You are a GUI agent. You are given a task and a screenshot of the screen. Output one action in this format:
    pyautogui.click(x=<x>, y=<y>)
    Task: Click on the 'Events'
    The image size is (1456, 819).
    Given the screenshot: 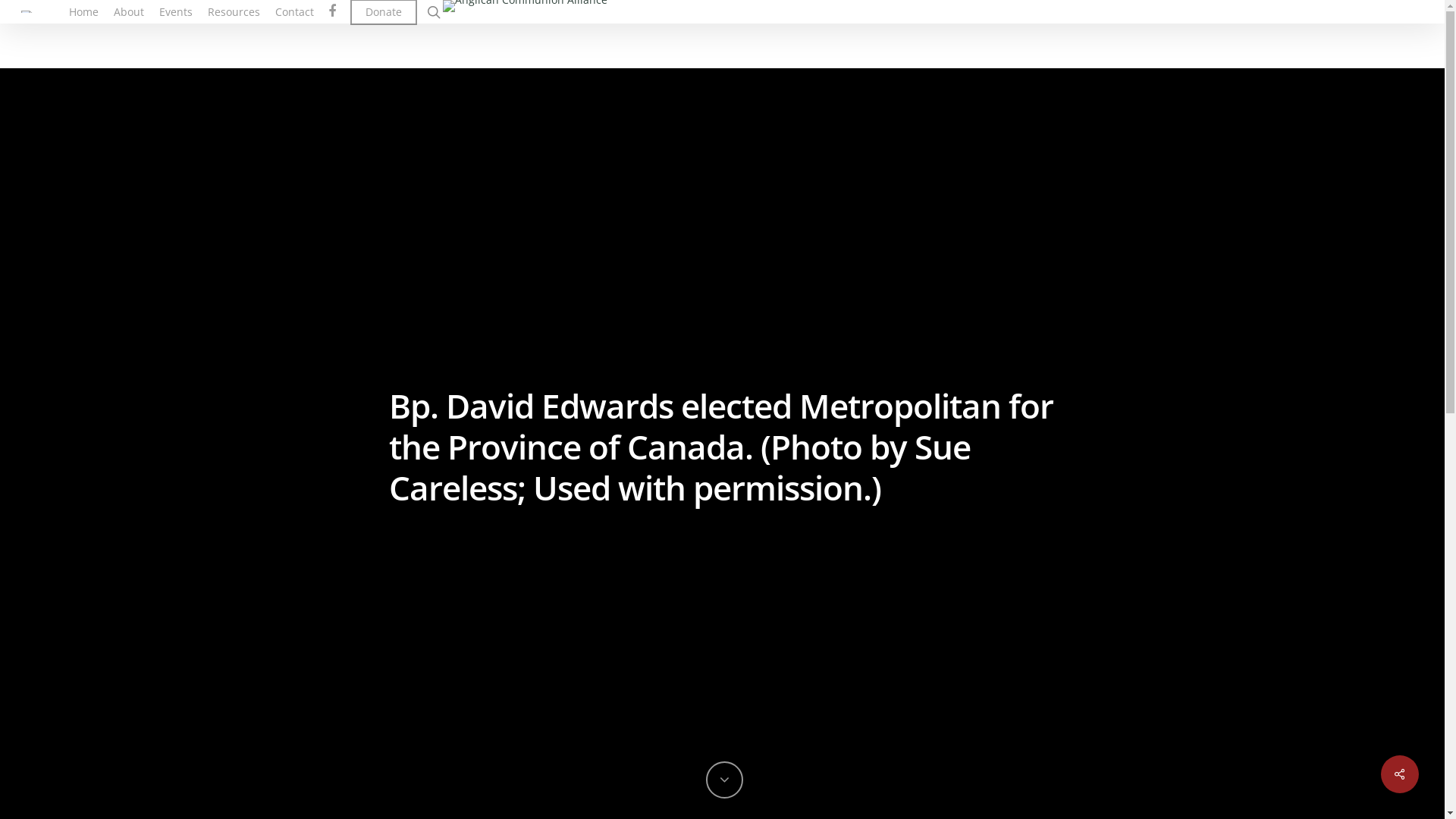 What is the action you would take?
    pyautogui.click(x=175, y=11)
    